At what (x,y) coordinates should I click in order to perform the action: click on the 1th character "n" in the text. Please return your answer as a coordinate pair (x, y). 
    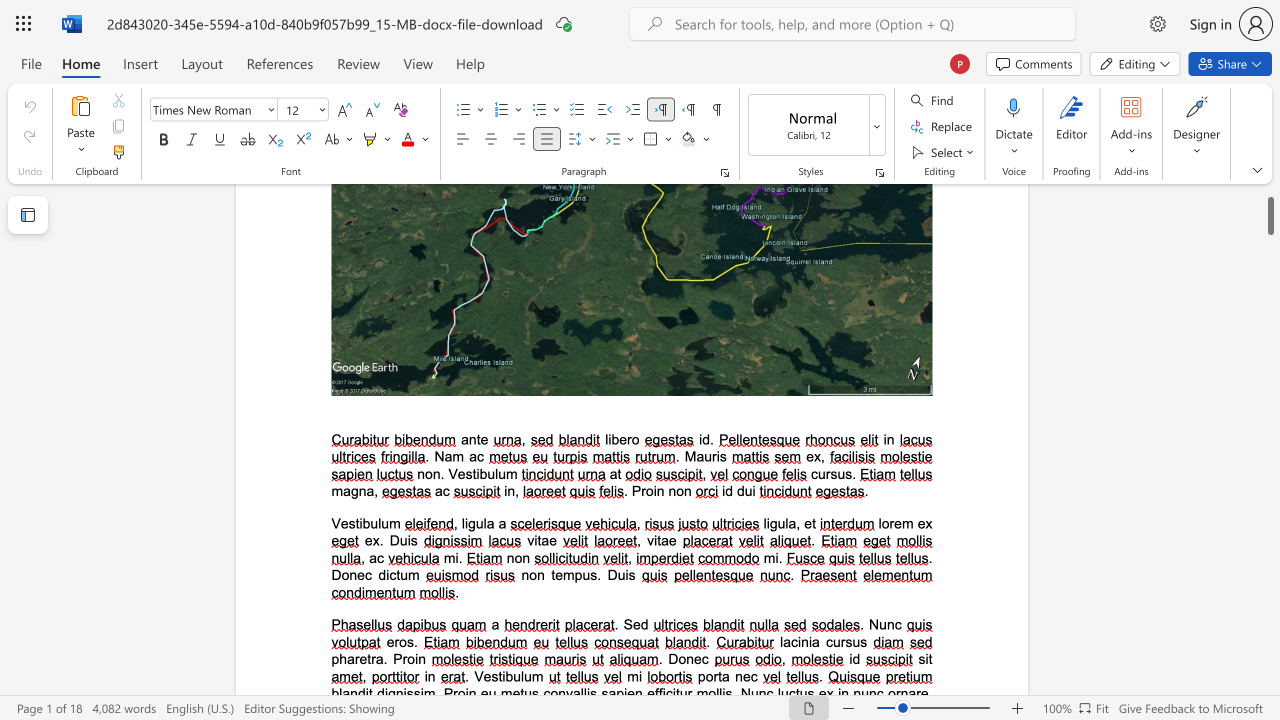
    Looking at the image, I should click on (420, 474).